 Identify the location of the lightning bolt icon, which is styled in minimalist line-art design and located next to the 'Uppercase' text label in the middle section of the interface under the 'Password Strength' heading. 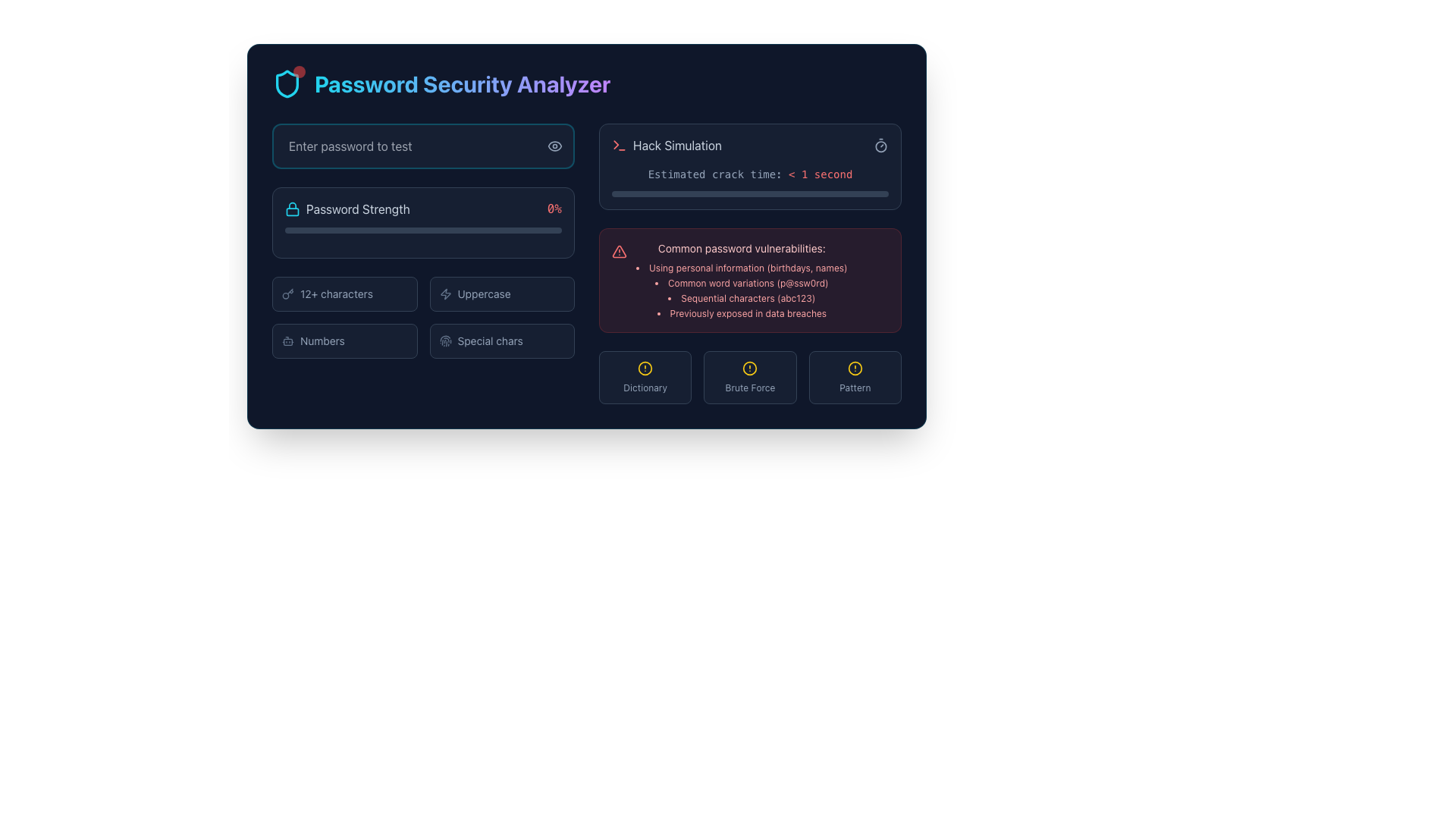
(444, 294).